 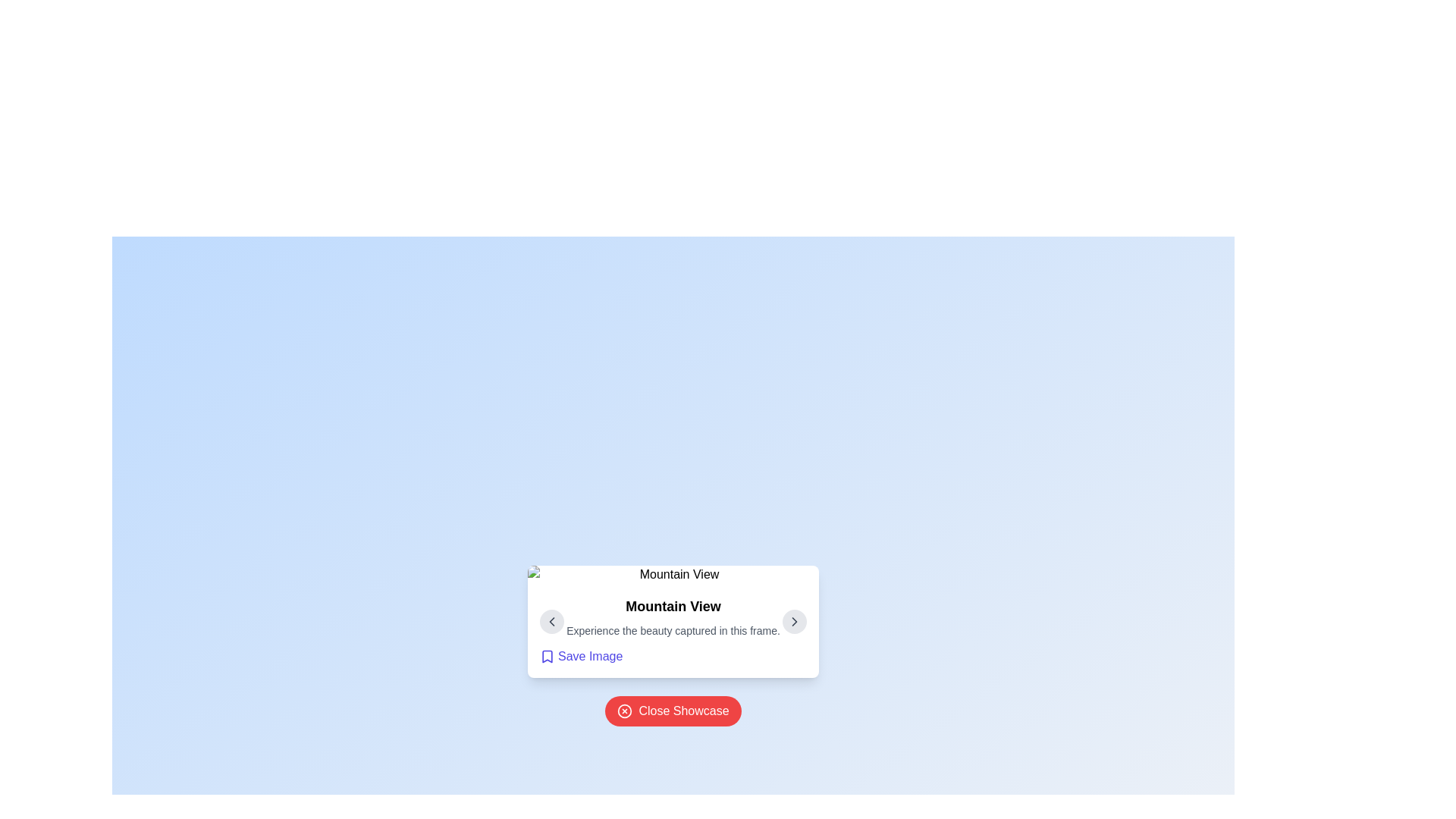 What do you see at coordinates (673, 631) in the screenshot?
I see `descriptive text 'Experience the beauty captured in this frame.' located in the informative card section titled 'Mountain View'` at bounding box center [673, 631].